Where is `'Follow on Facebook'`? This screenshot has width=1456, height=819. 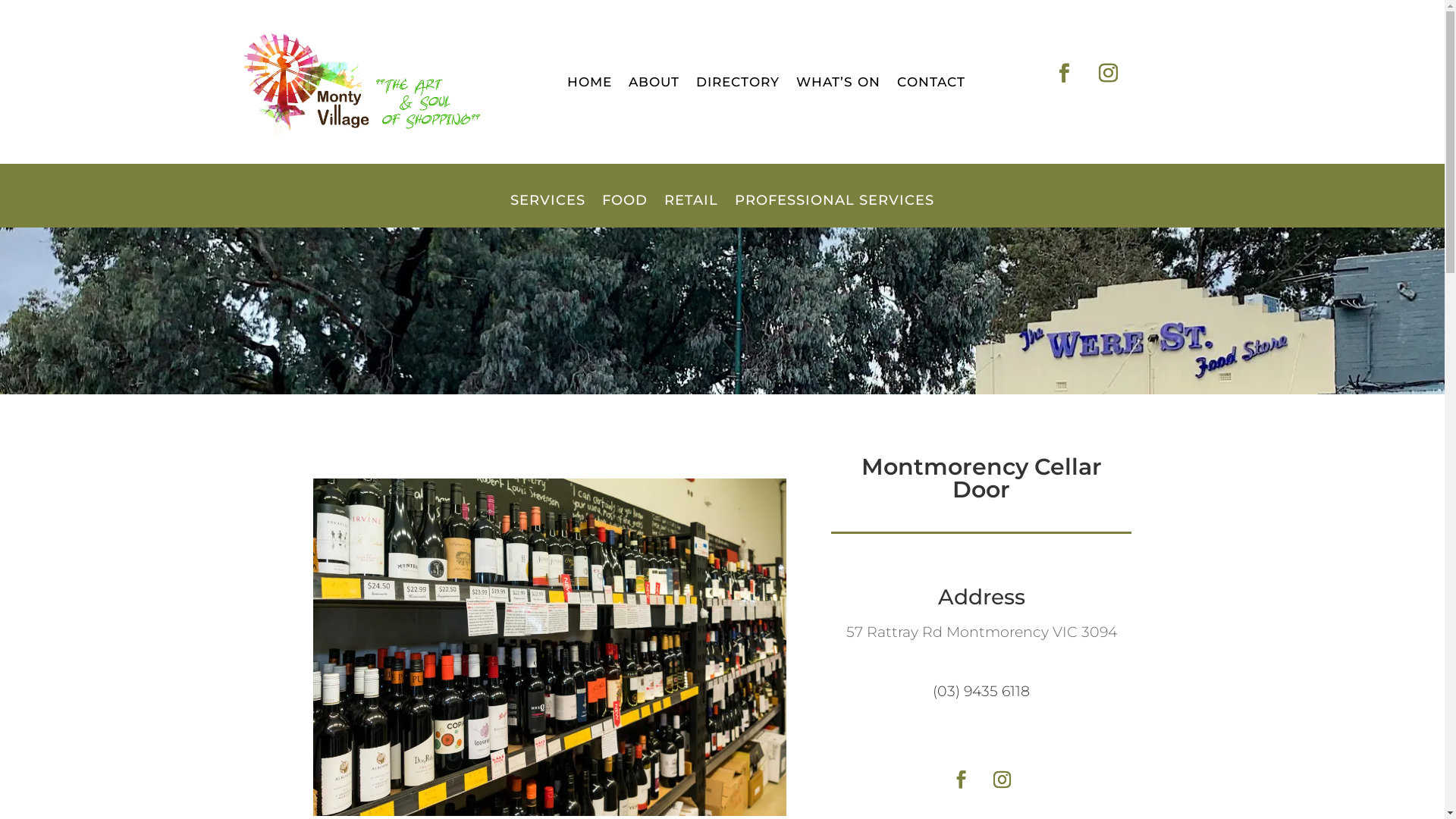 'Follow on Facebook' is located at coordinates (1062, 73).